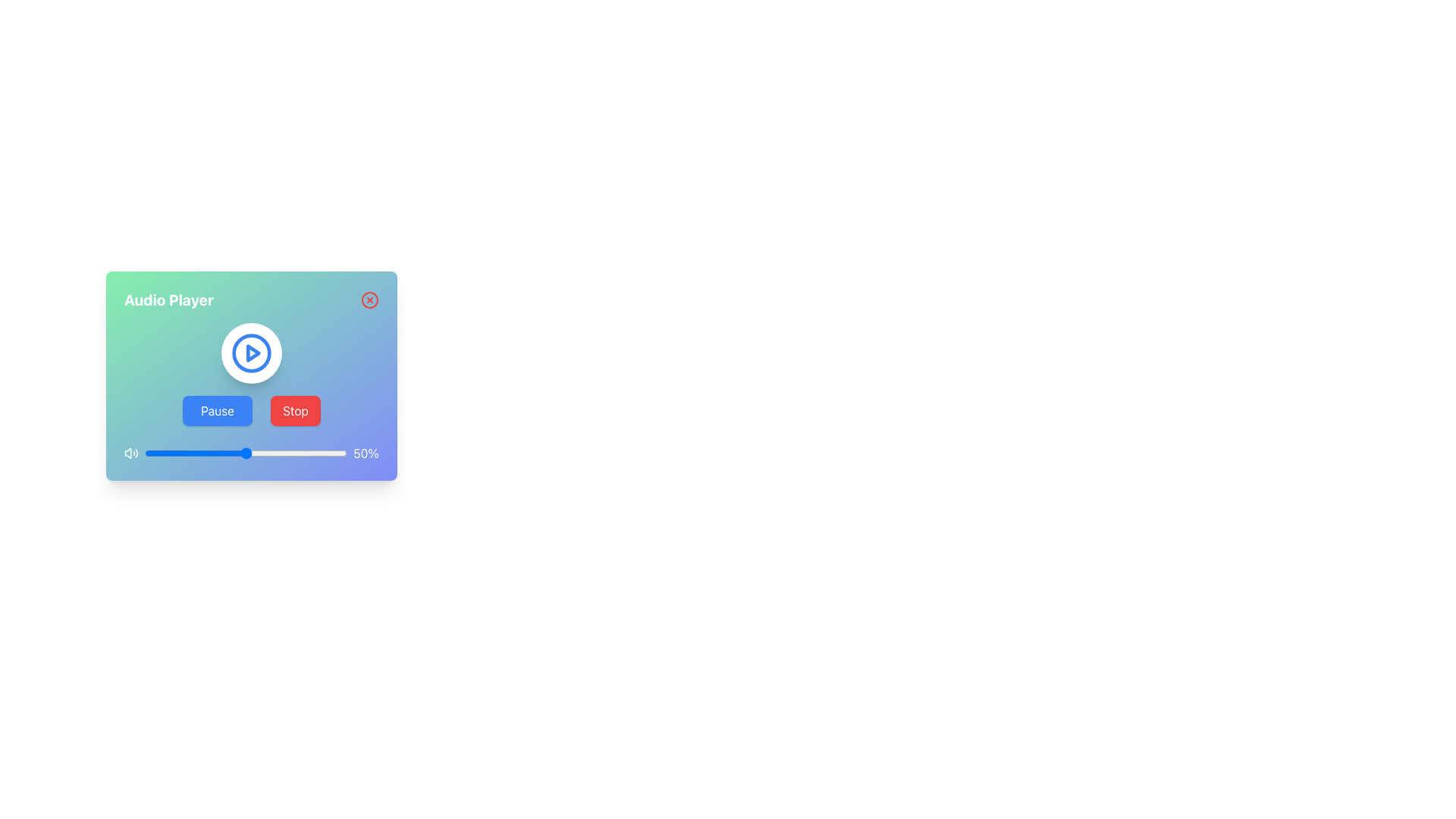  Describe the element at coordinates (251, 353) in the screenshot. I see `the play button located in the audio player interface` at that location.